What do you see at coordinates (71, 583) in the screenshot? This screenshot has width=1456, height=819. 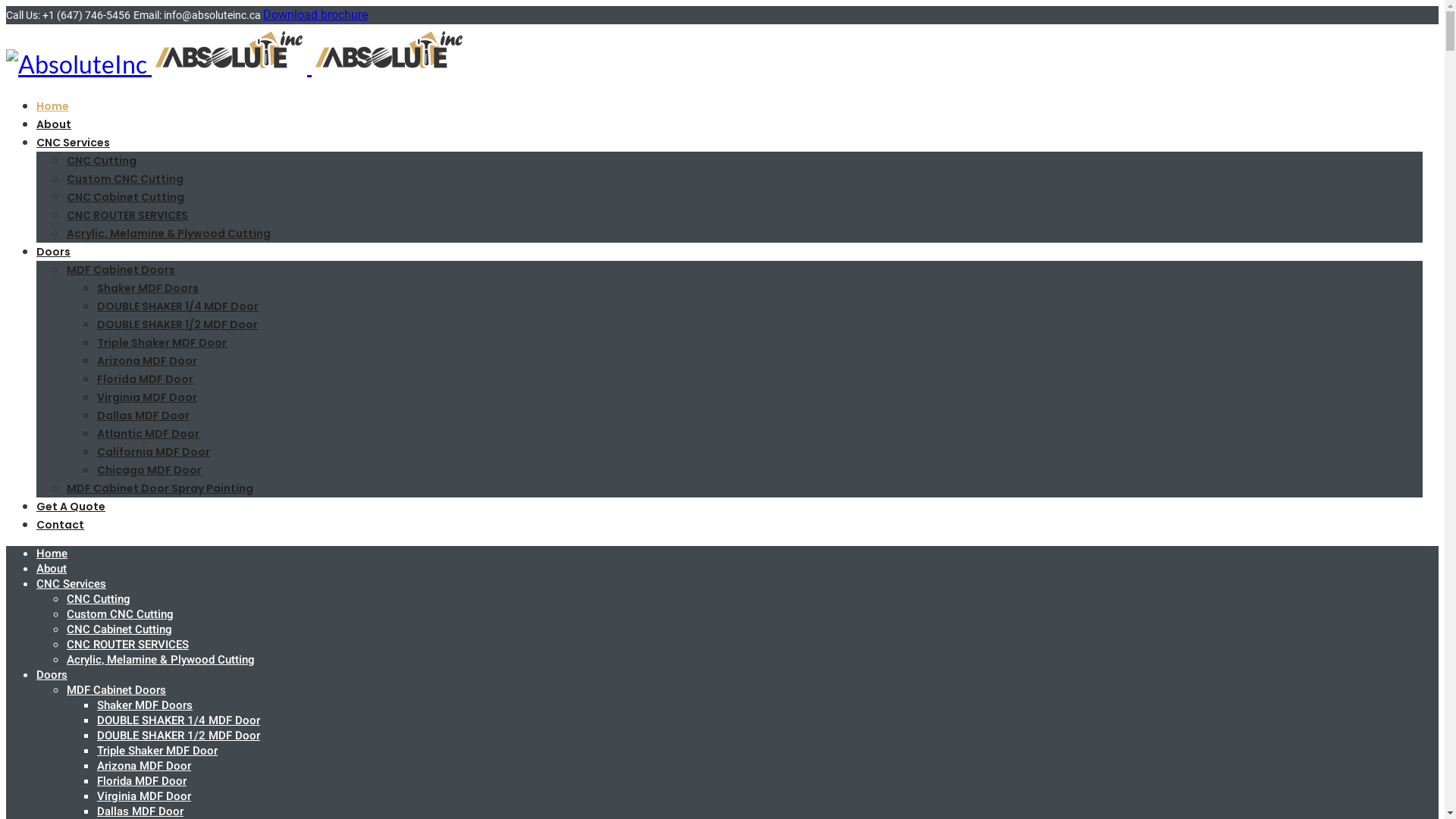 I see `'CNC Services'` at bounding box center [71, 583].